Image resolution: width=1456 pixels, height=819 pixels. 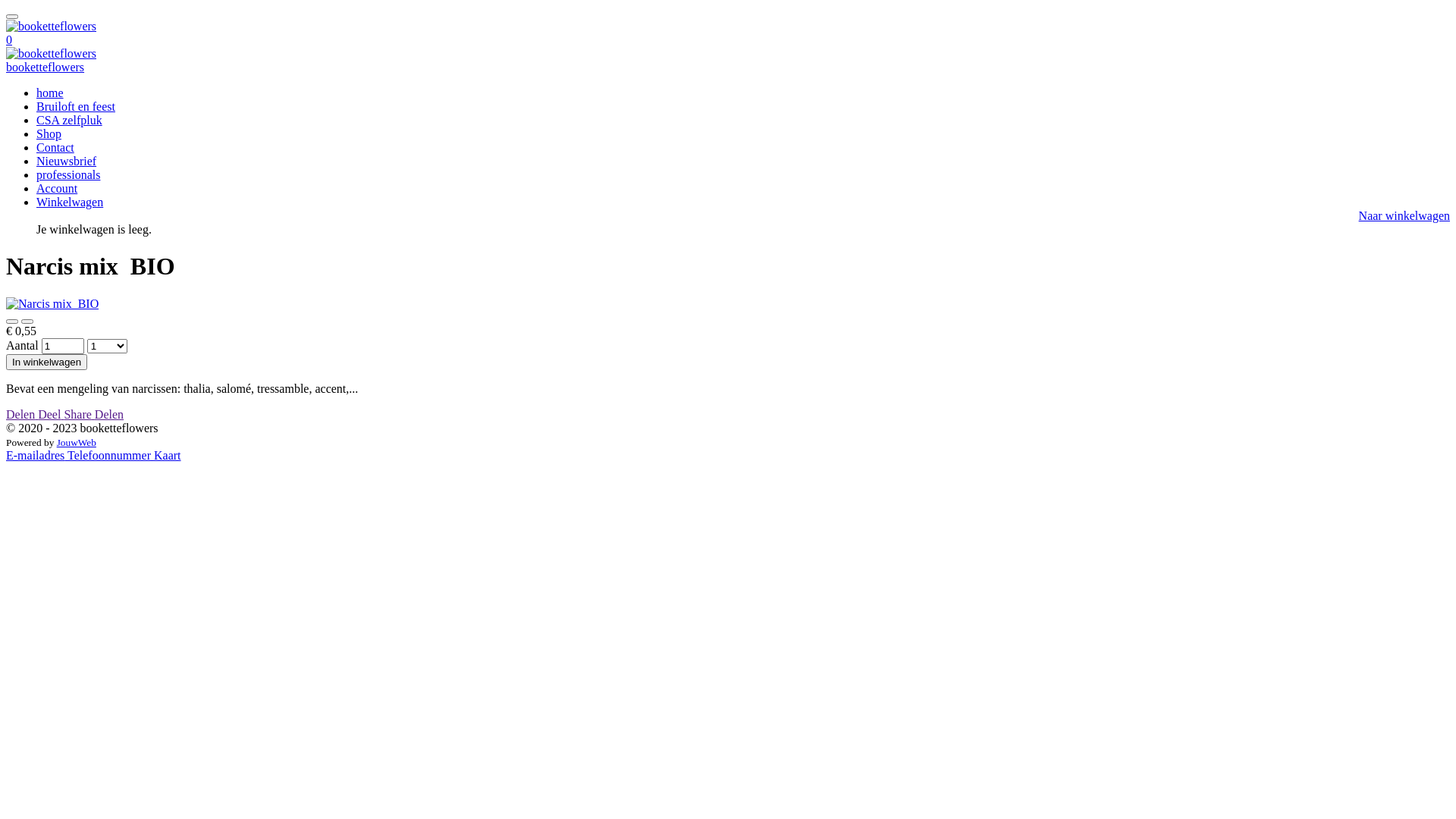 I want to click on 'Account', so click(x=57, y=187).